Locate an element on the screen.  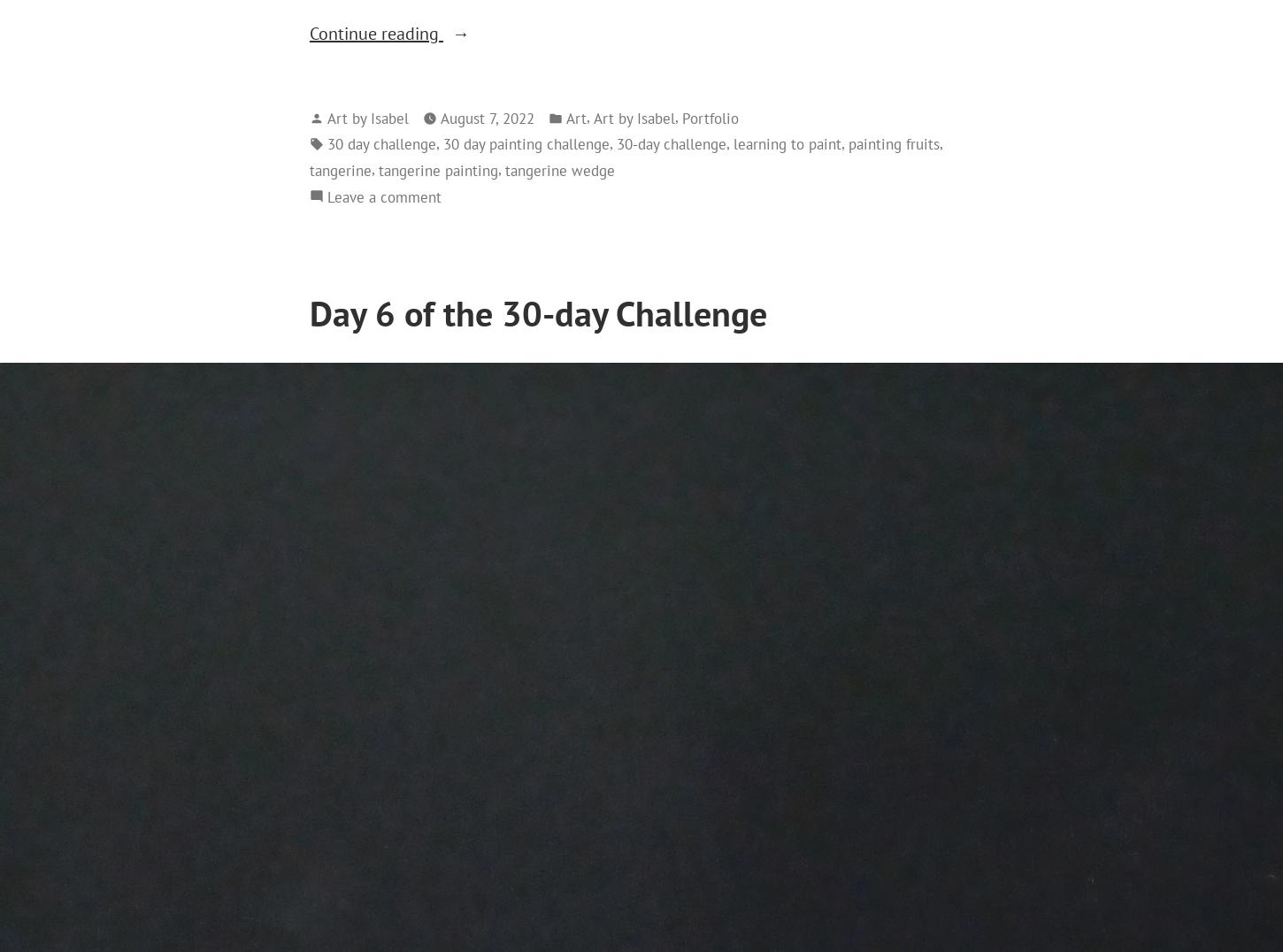
'Leave a comment' is located at coordinates (327, 195).